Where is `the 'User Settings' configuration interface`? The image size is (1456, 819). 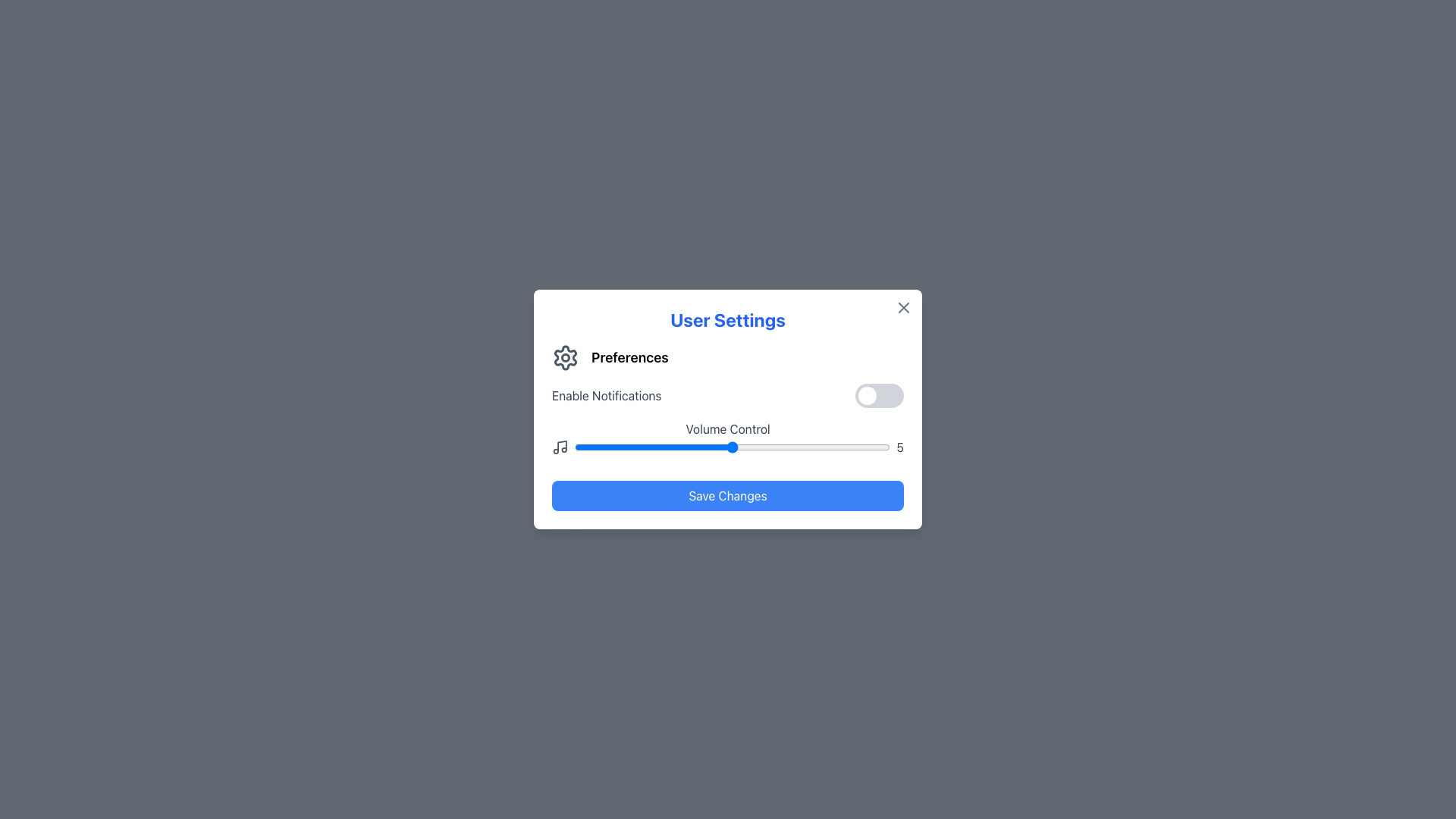
the 'User Settings' configuration interface is located at coordinates (728, 409).